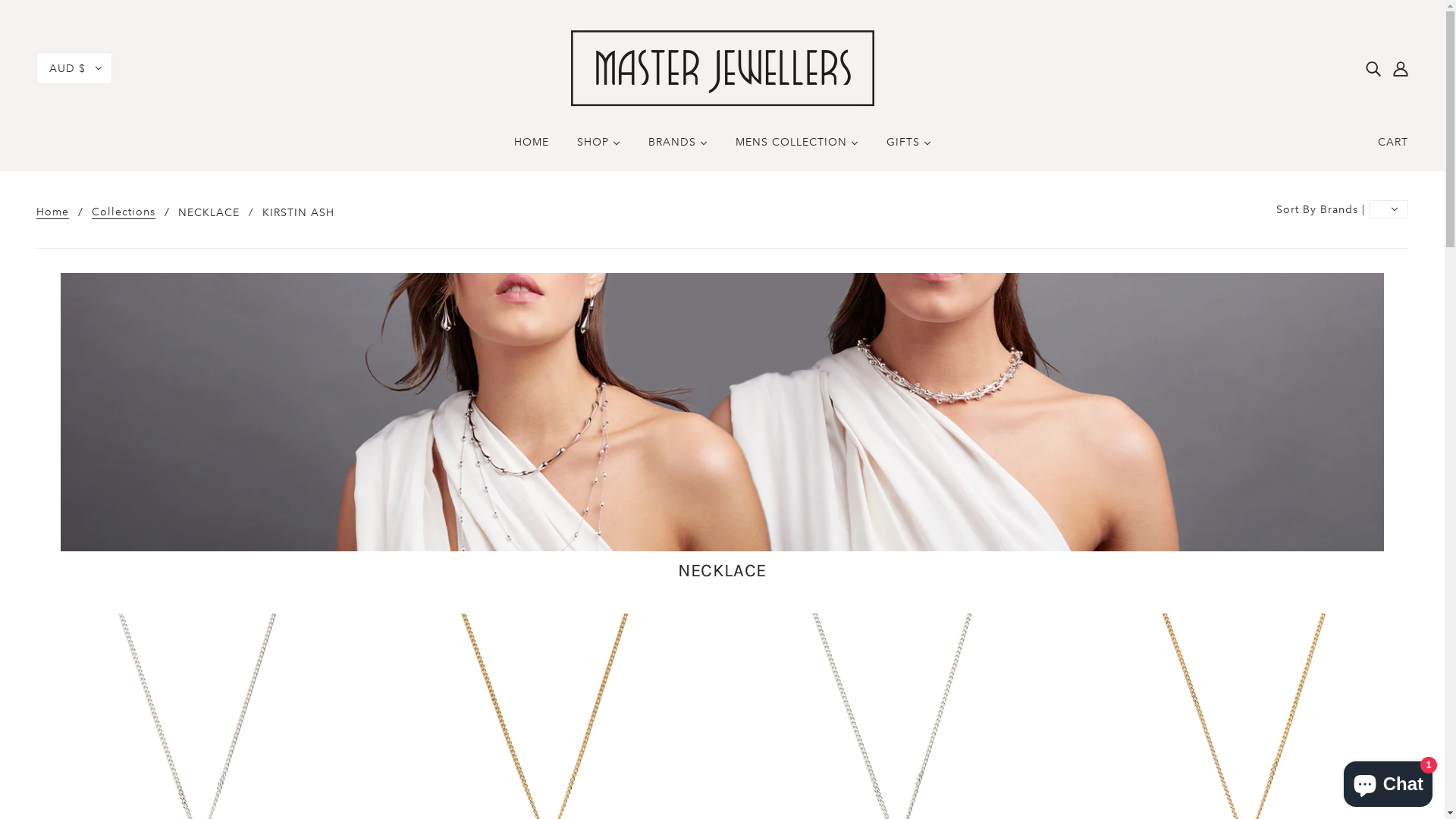 The image size is (1456, 819). What do you see at coordinates (502, 148) in the screenshot?
I see `'HOME'` at bounding box center [502, 148].